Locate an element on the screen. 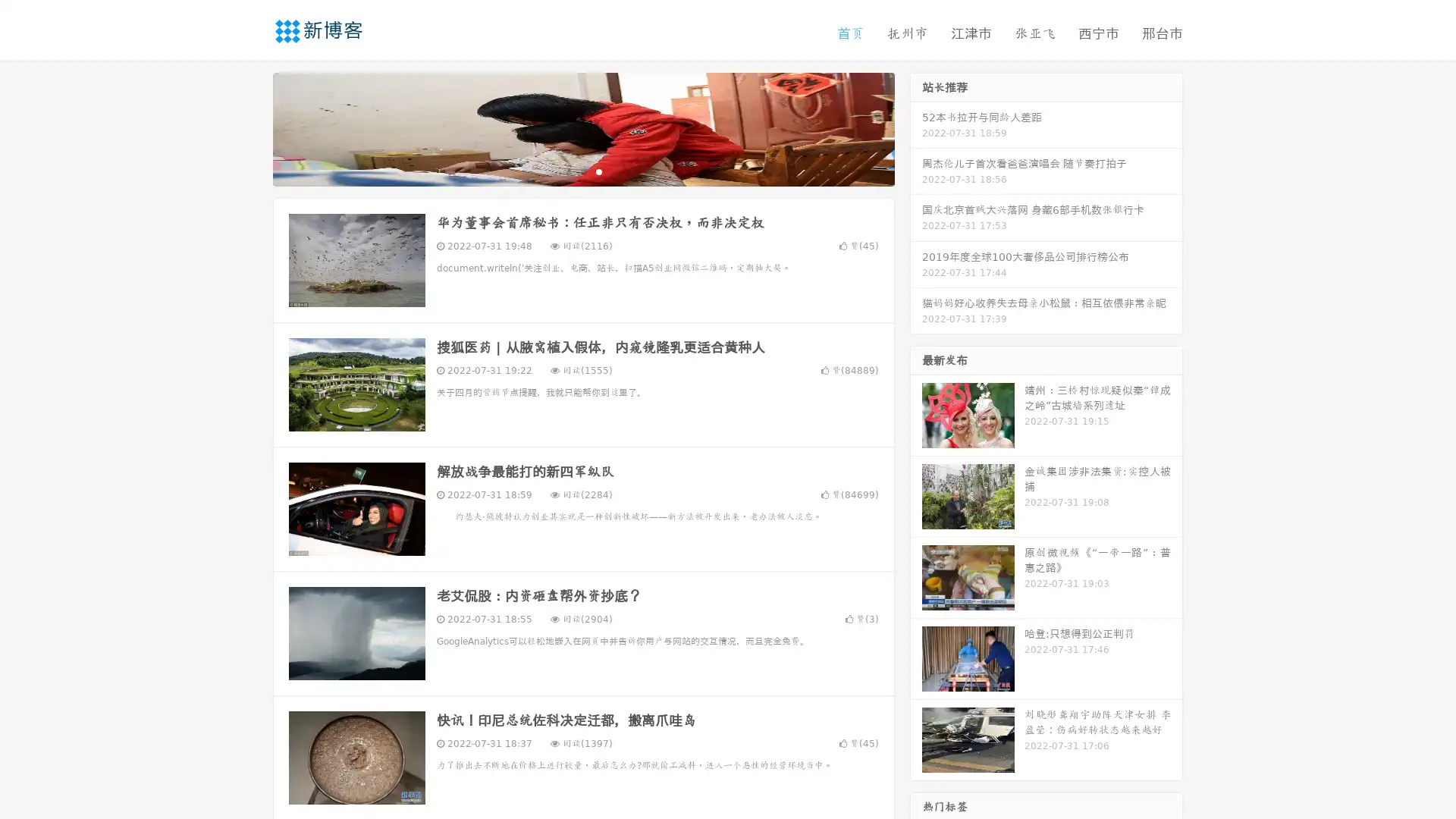 The height and width of the screenshot is (819, 1456). Previous slide is located at coordinates (250, 127).